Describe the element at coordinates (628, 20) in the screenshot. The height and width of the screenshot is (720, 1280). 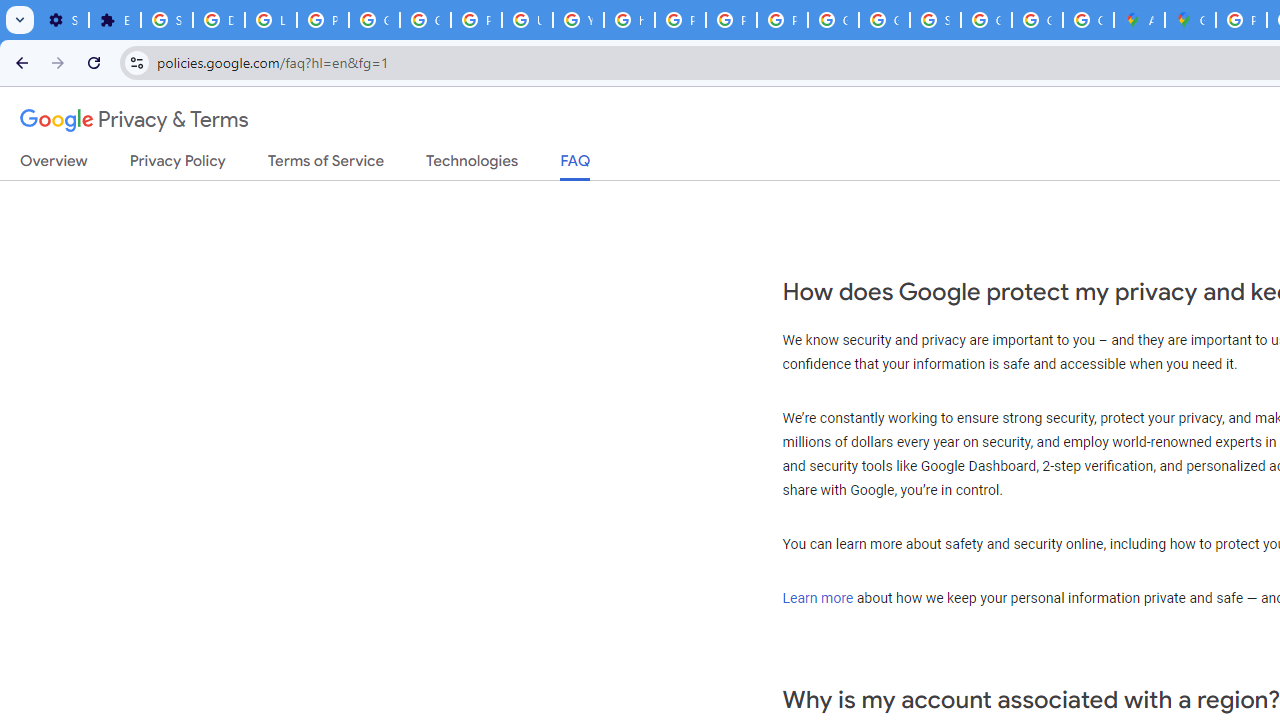
I see `'https://scholar.google.com/'` at that location.